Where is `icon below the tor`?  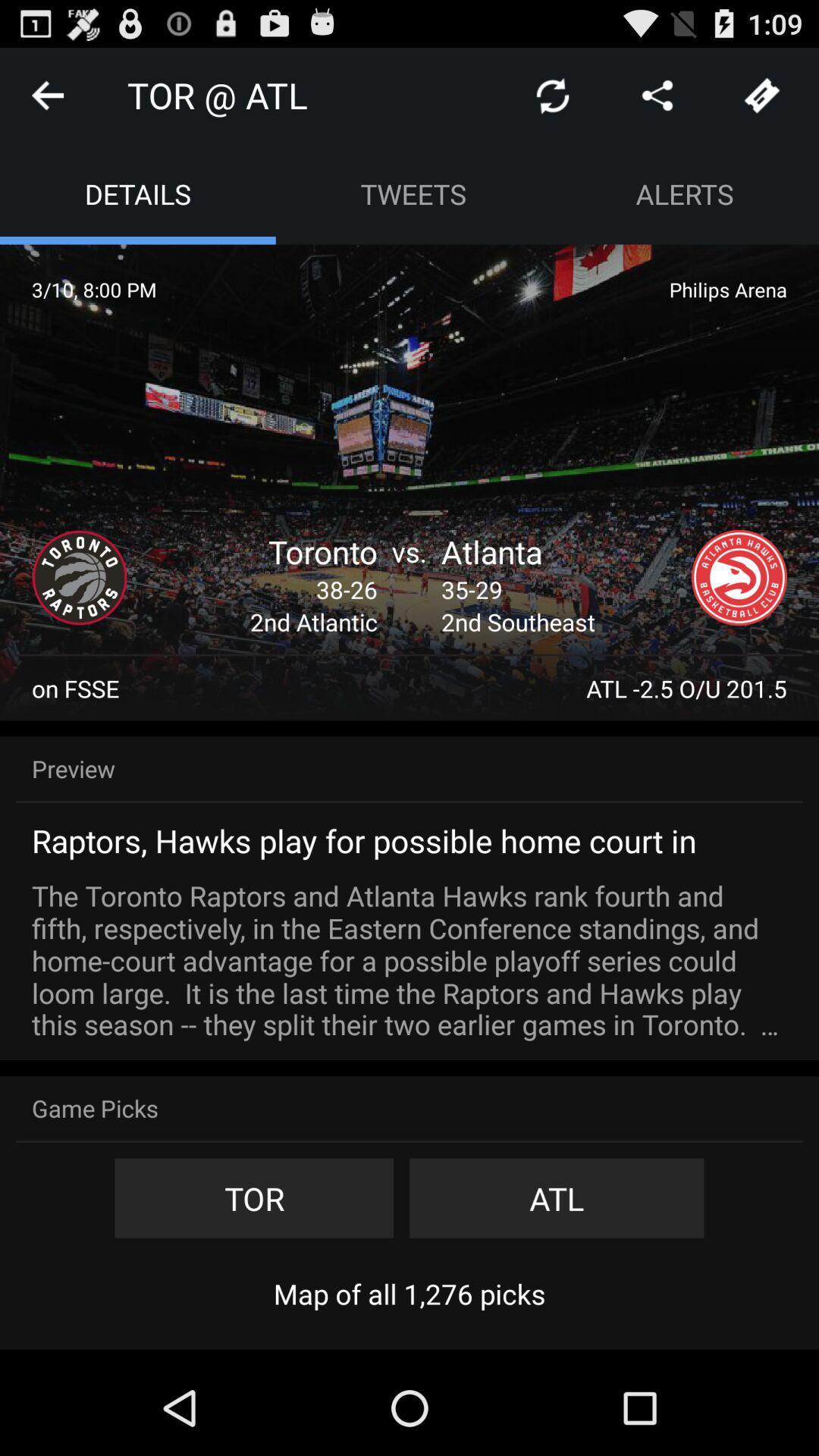
icon below the tor is located at coordinates (409, 1293).